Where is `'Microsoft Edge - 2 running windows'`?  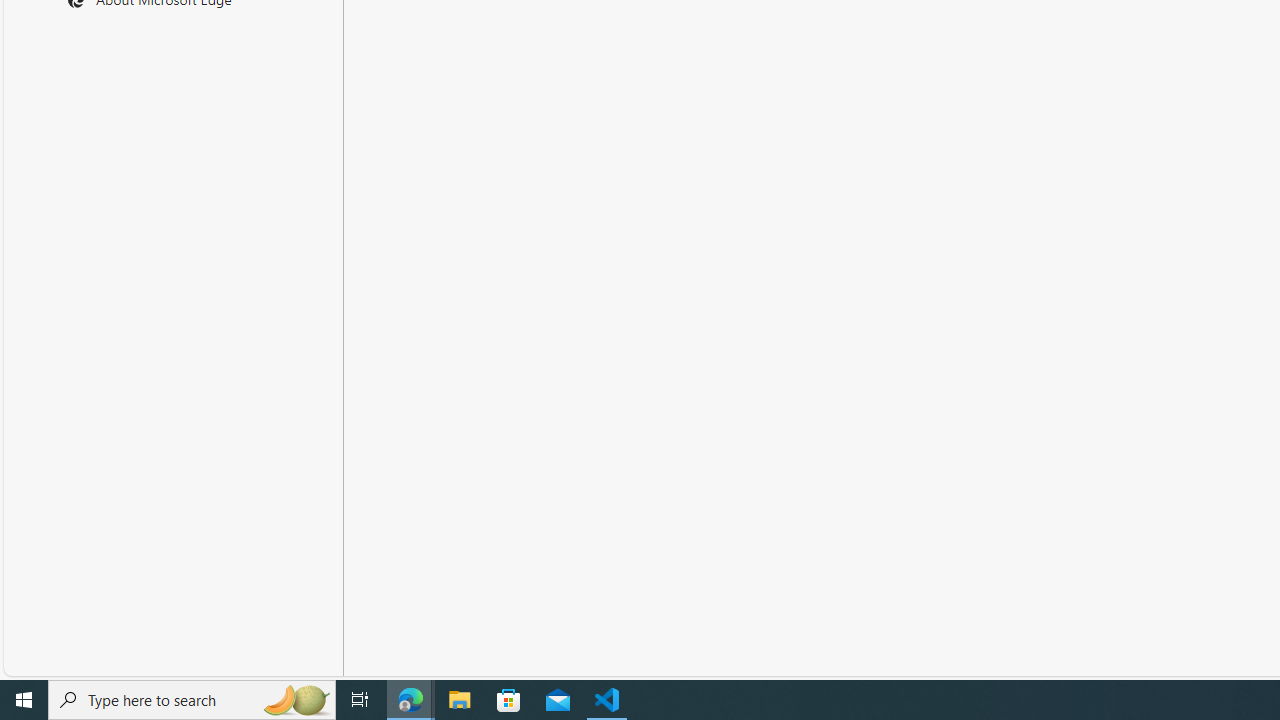
'Microsoft Edge - 2 running windows' is located at coordinates (410, 698).